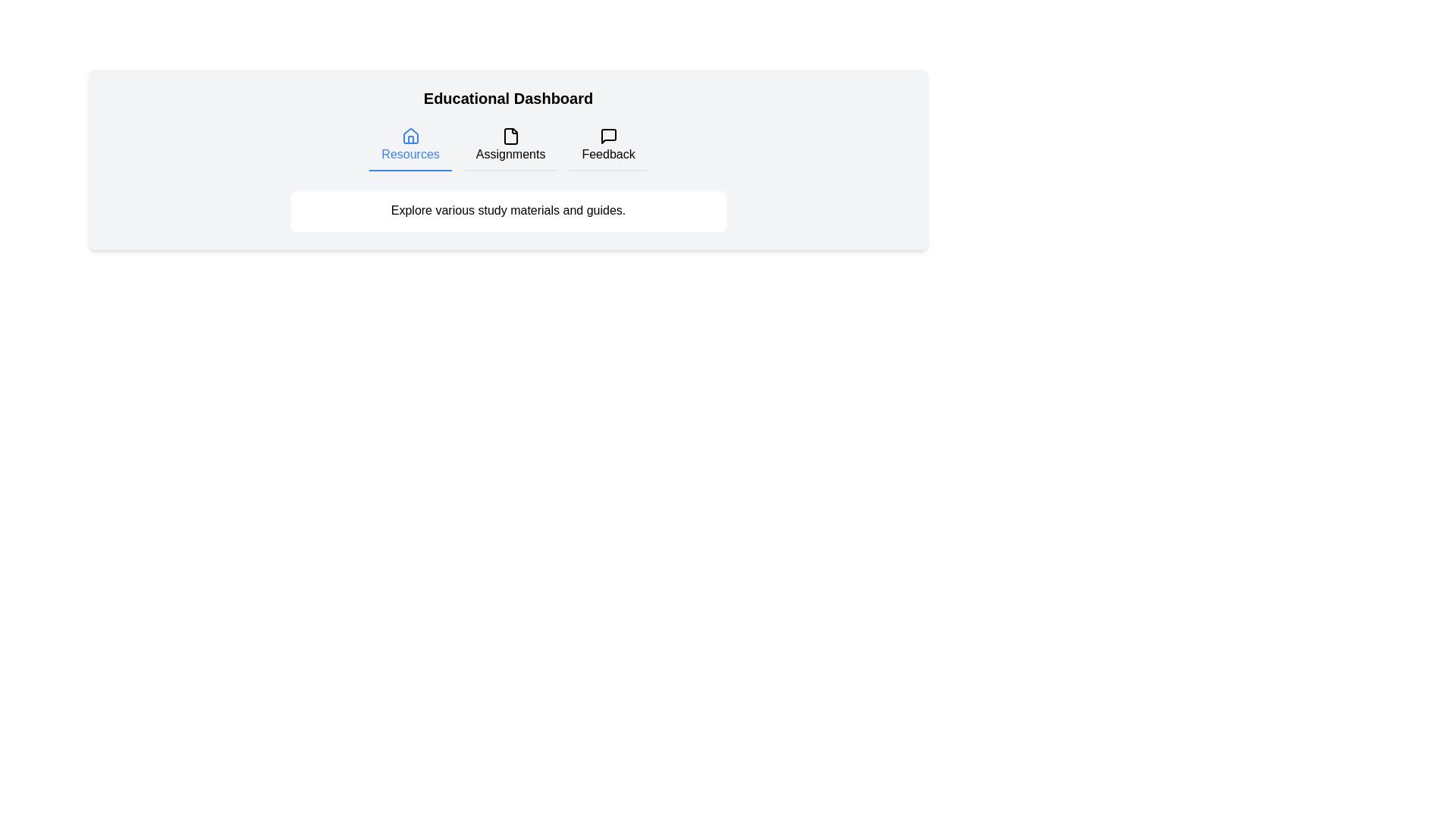  Describe the element at coordinates (608, 155) in the screenshot. I see `the 'Feedback' text label in the navigation section, which is associated with a speech bubble icon and is positioned to the right of 'Resources' and 'Assignments'` at that location.